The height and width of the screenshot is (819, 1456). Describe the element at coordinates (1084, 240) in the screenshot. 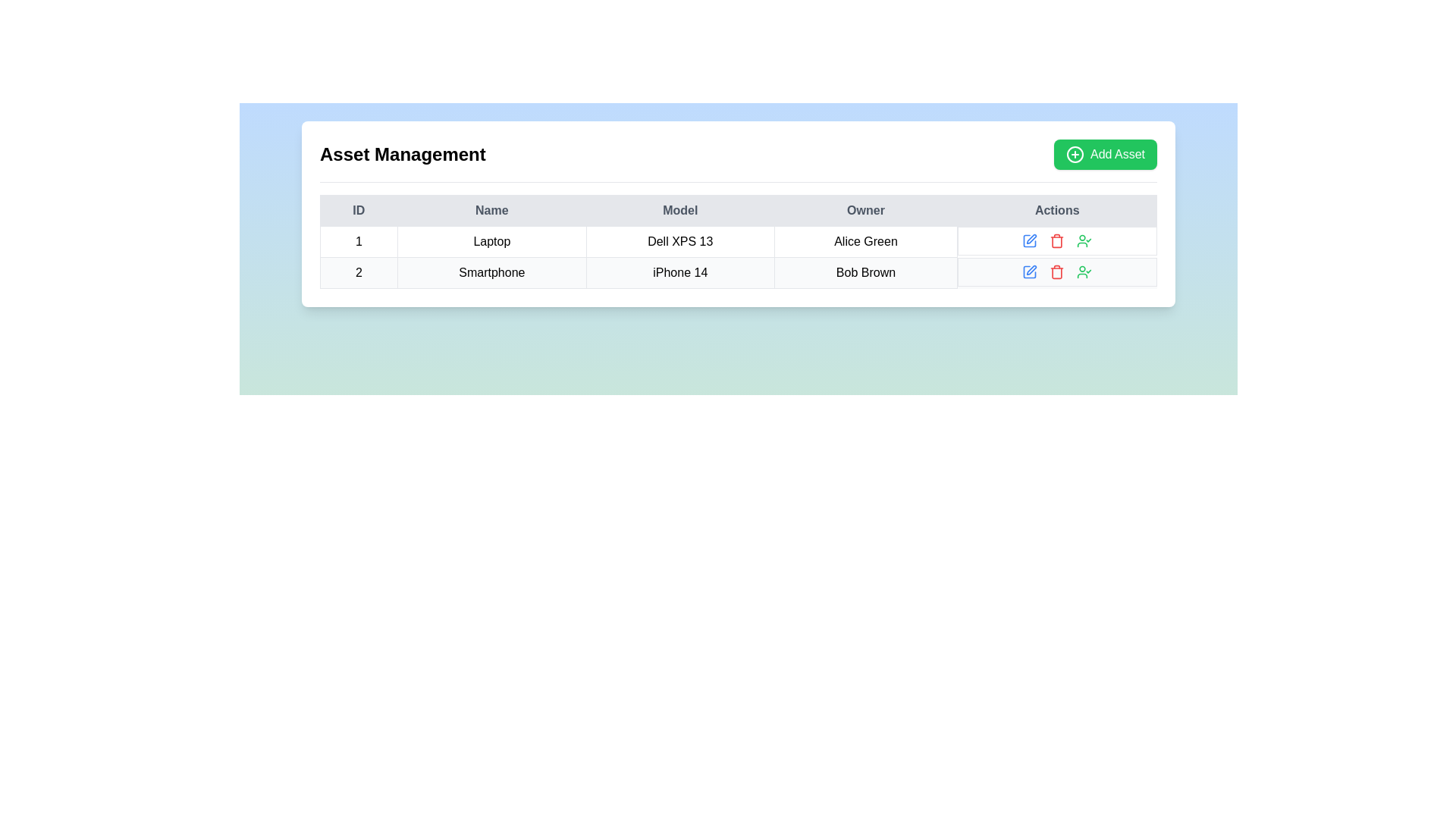

I see `the interactive green user icon with a checkmark located in the second row of the 'Actions' column in the table interface` at that location.